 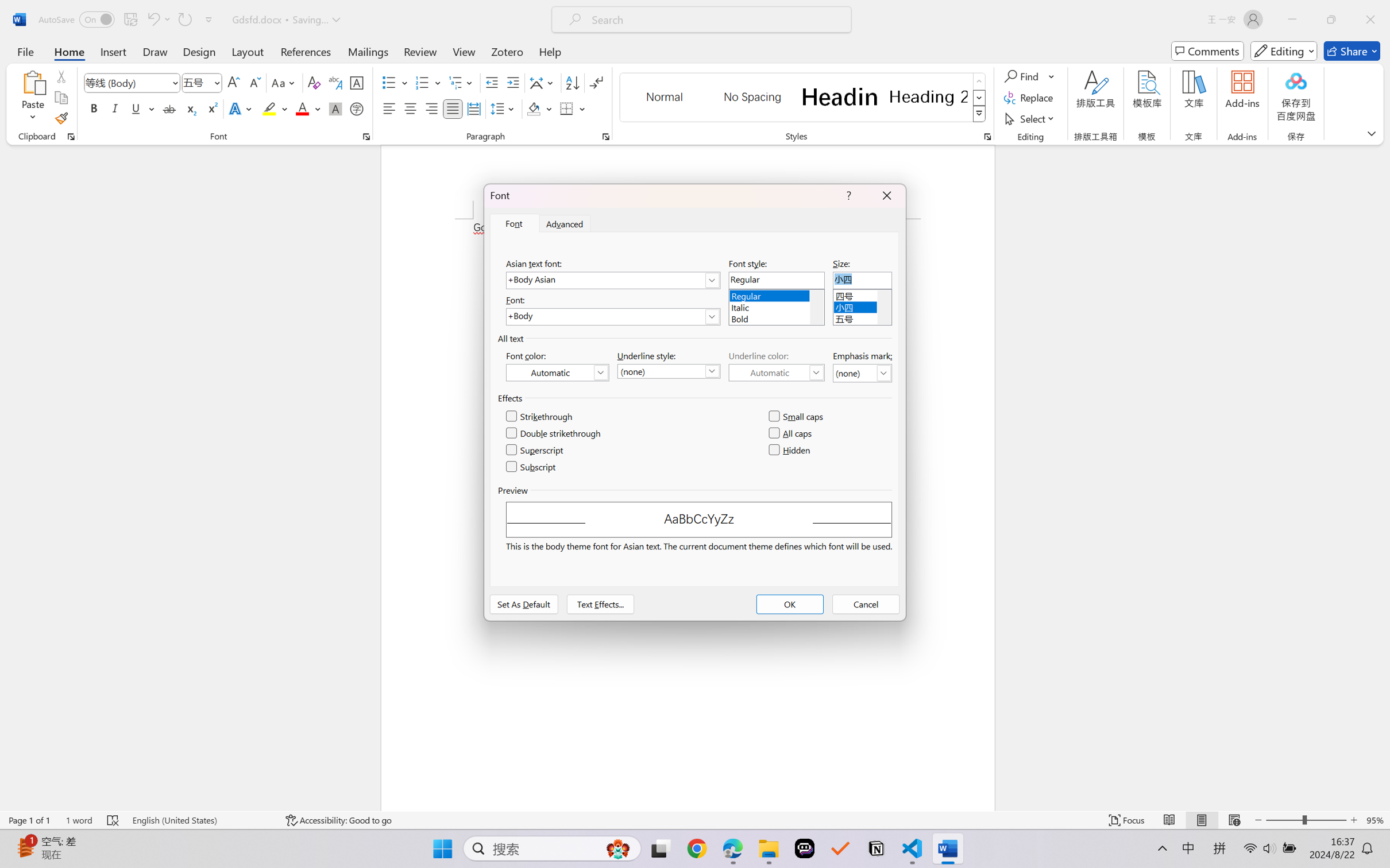 I want to click on 'Font Color', so click(x=308, y=108).